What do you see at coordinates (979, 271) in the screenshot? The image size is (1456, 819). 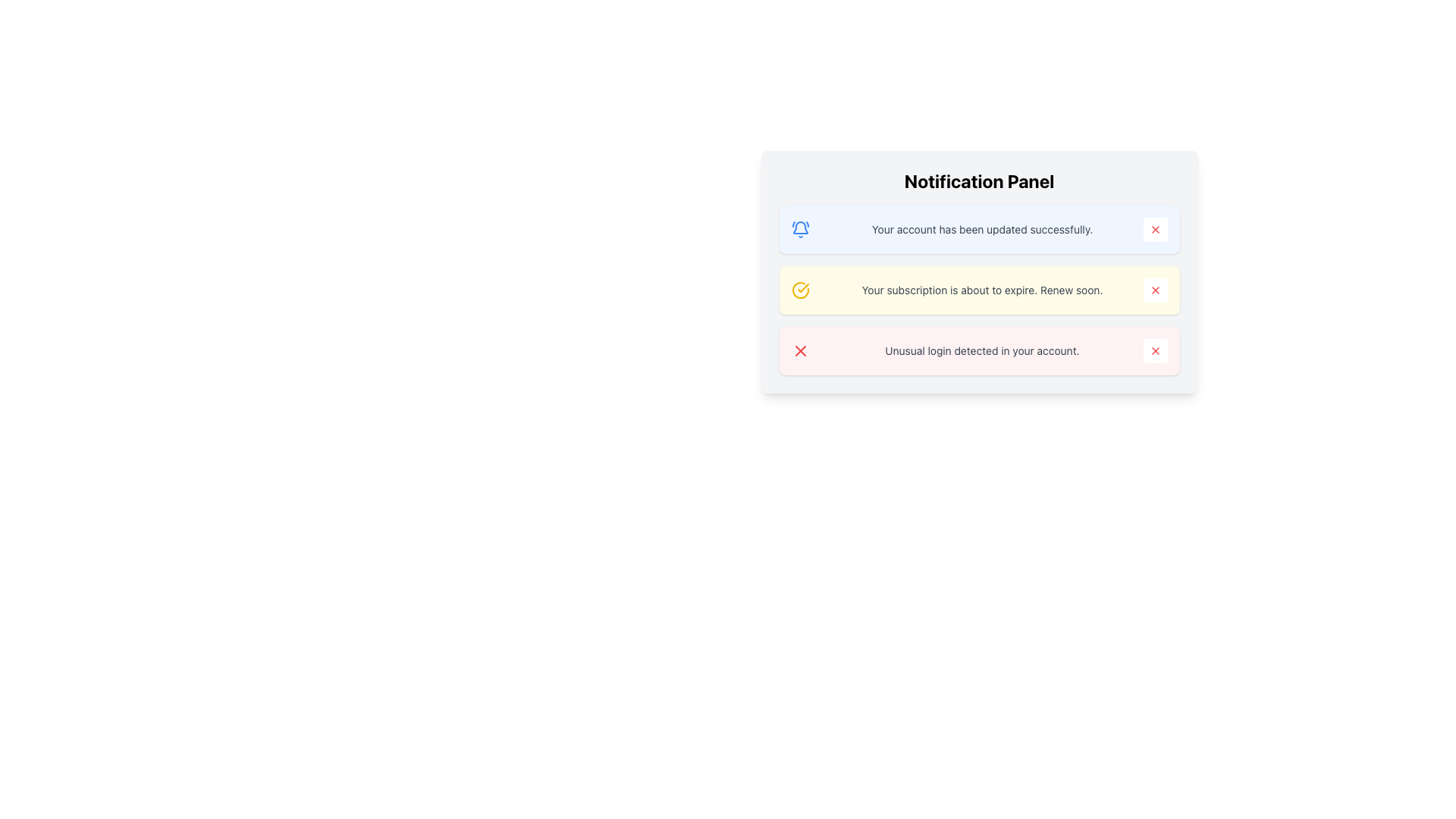 I see `the notification box with the message 'Your subscription is about to expire. Renew soon.'` at bounding box center [979, 271].